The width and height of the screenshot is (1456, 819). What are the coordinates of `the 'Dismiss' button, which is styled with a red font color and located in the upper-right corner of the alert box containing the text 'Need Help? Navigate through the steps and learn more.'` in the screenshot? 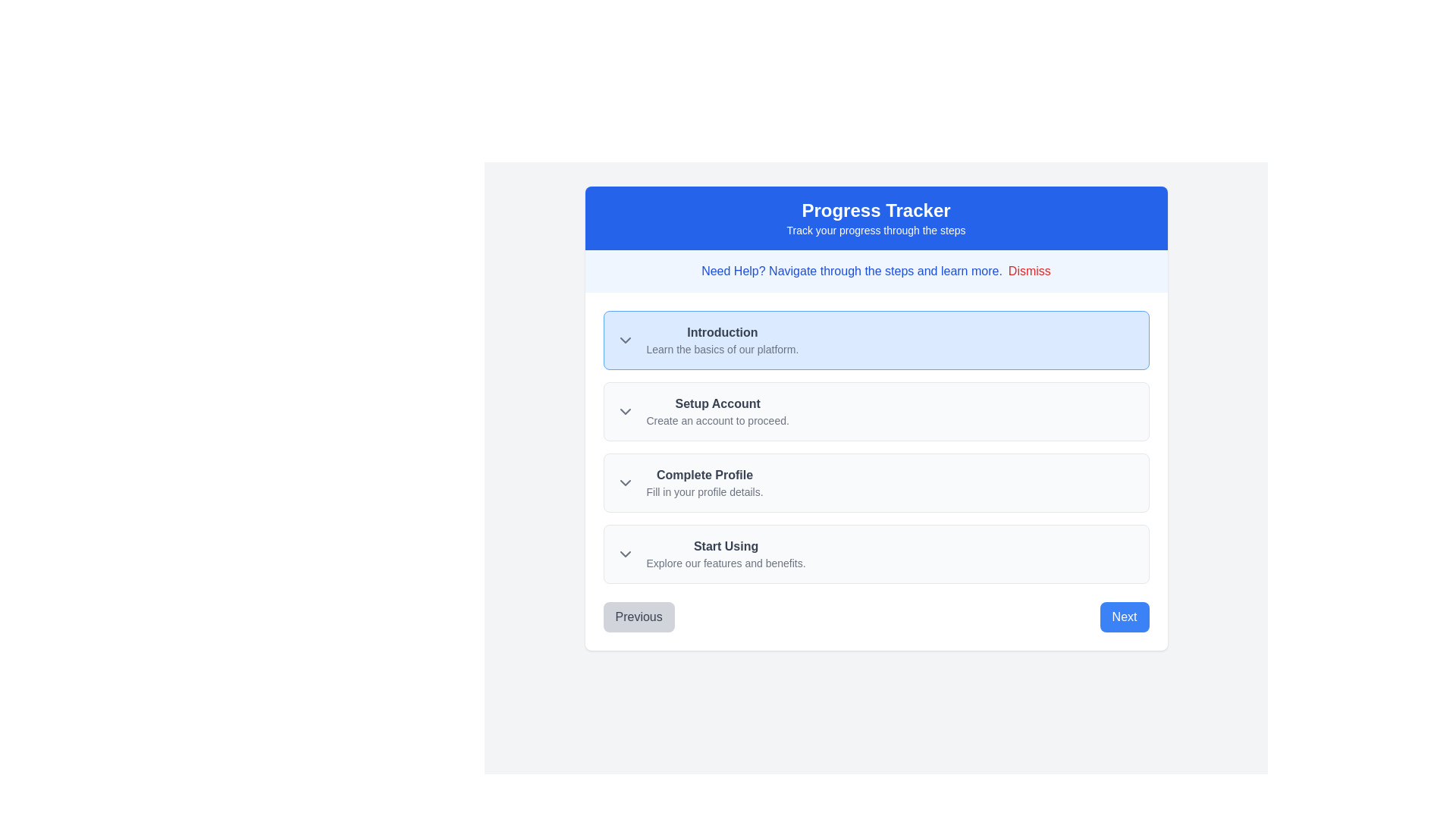 It's located at (1029, 271).